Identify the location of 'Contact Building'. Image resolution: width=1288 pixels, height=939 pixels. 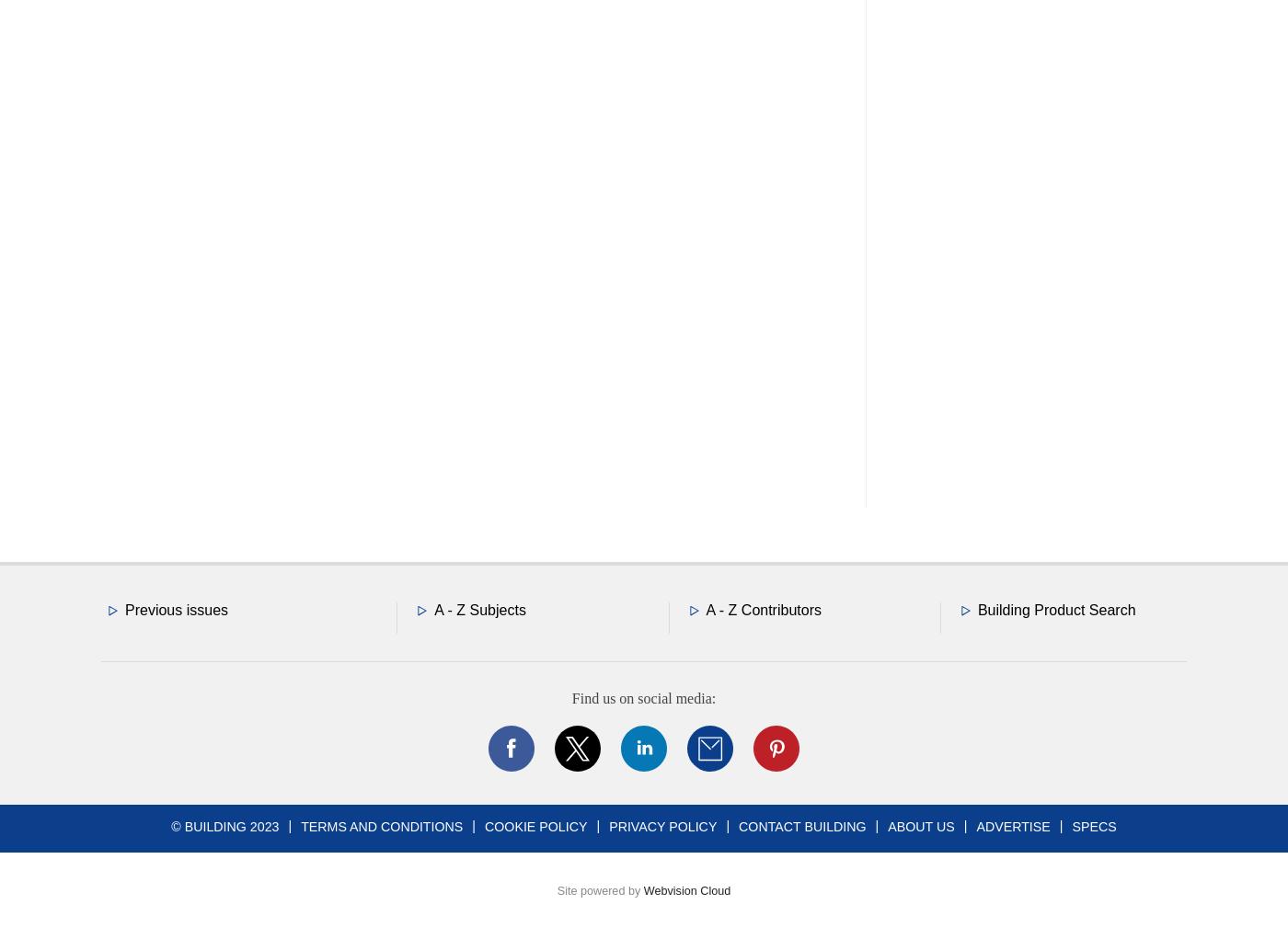
(802, 824).